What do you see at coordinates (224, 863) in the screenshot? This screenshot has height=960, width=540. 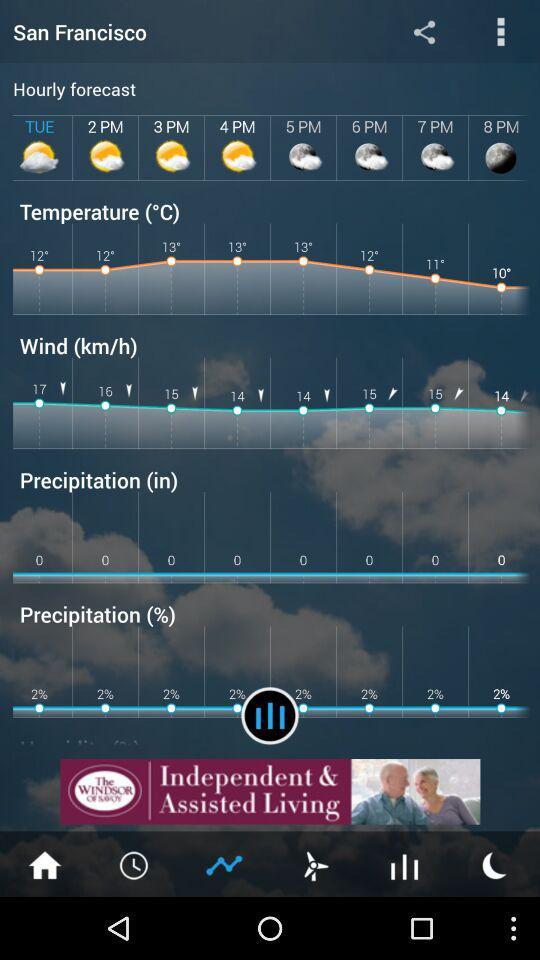 I see `climate` at bounding box center [224, 863].